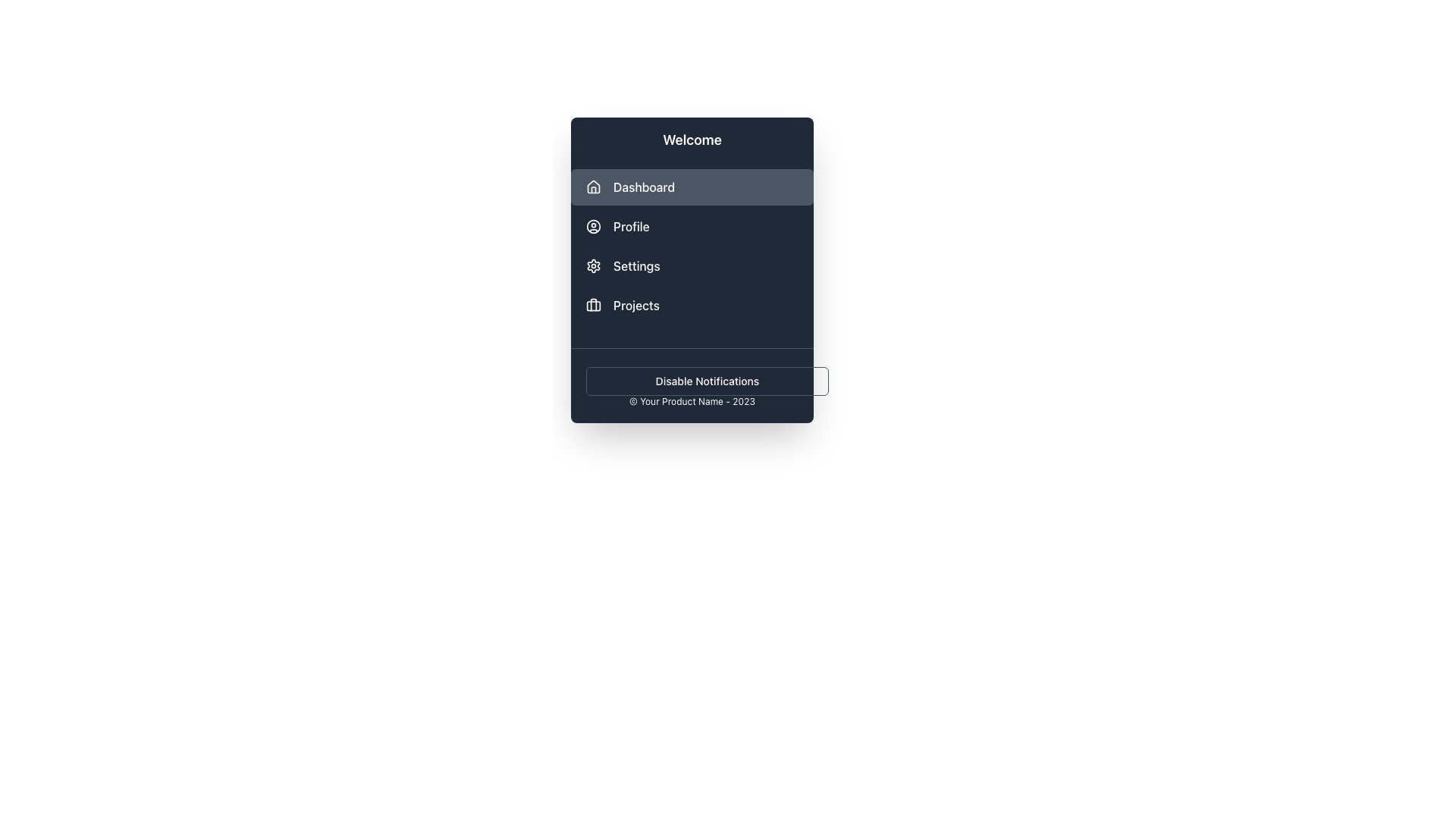 The width and height of the screenshot is (1456, 819). Describe the element at coordinates (592, 305) in the screenshot. I see `the 'Projects' icon in the menu that visually represents the 'Projects' category, located to the left of the textual label 'Projects'` at that location.